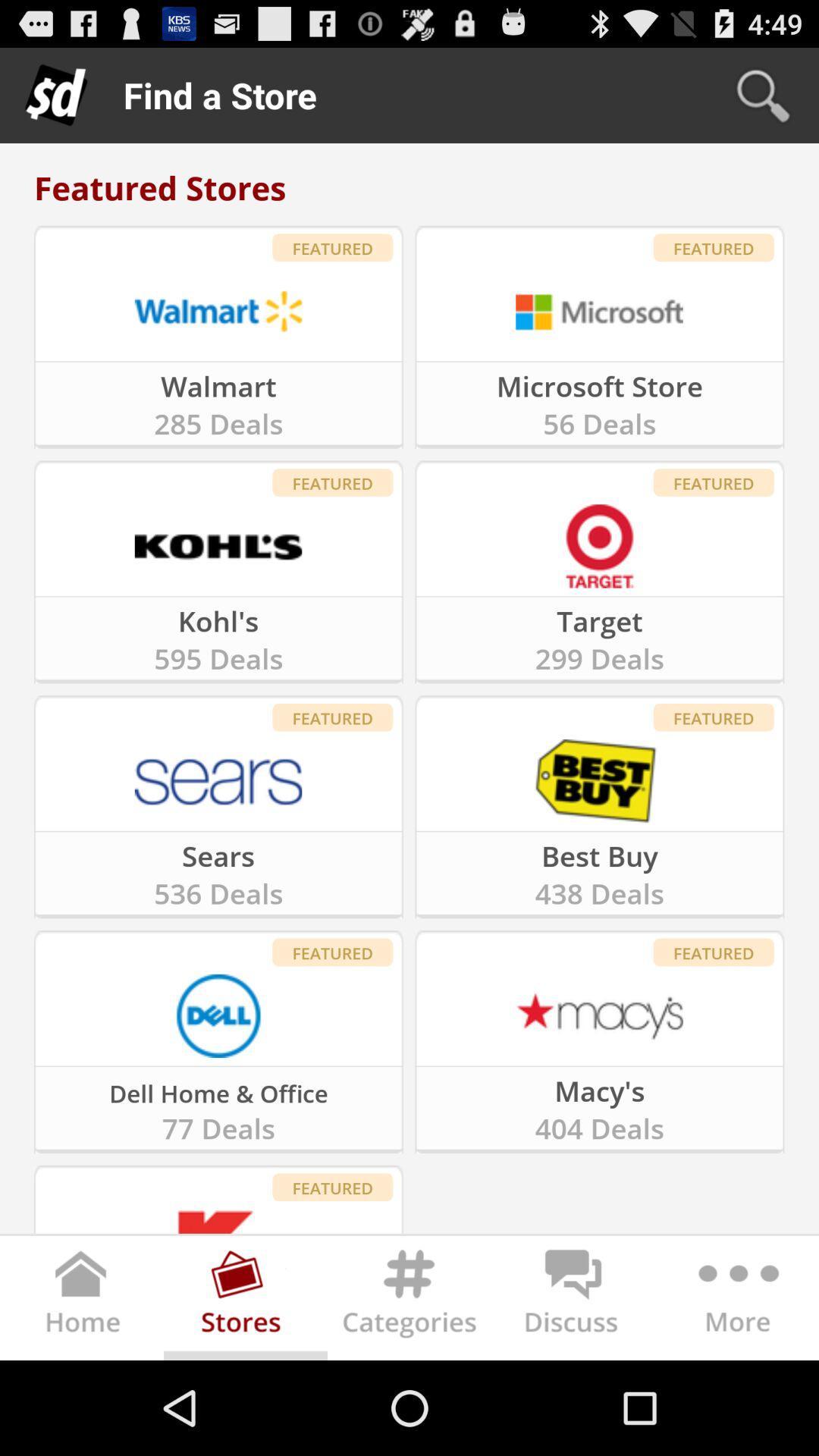 The width and height of the screenshot is (819, 1456). Describe the element at coordinates (409, 1301) in the screenshot. I see `search categories` at that location.